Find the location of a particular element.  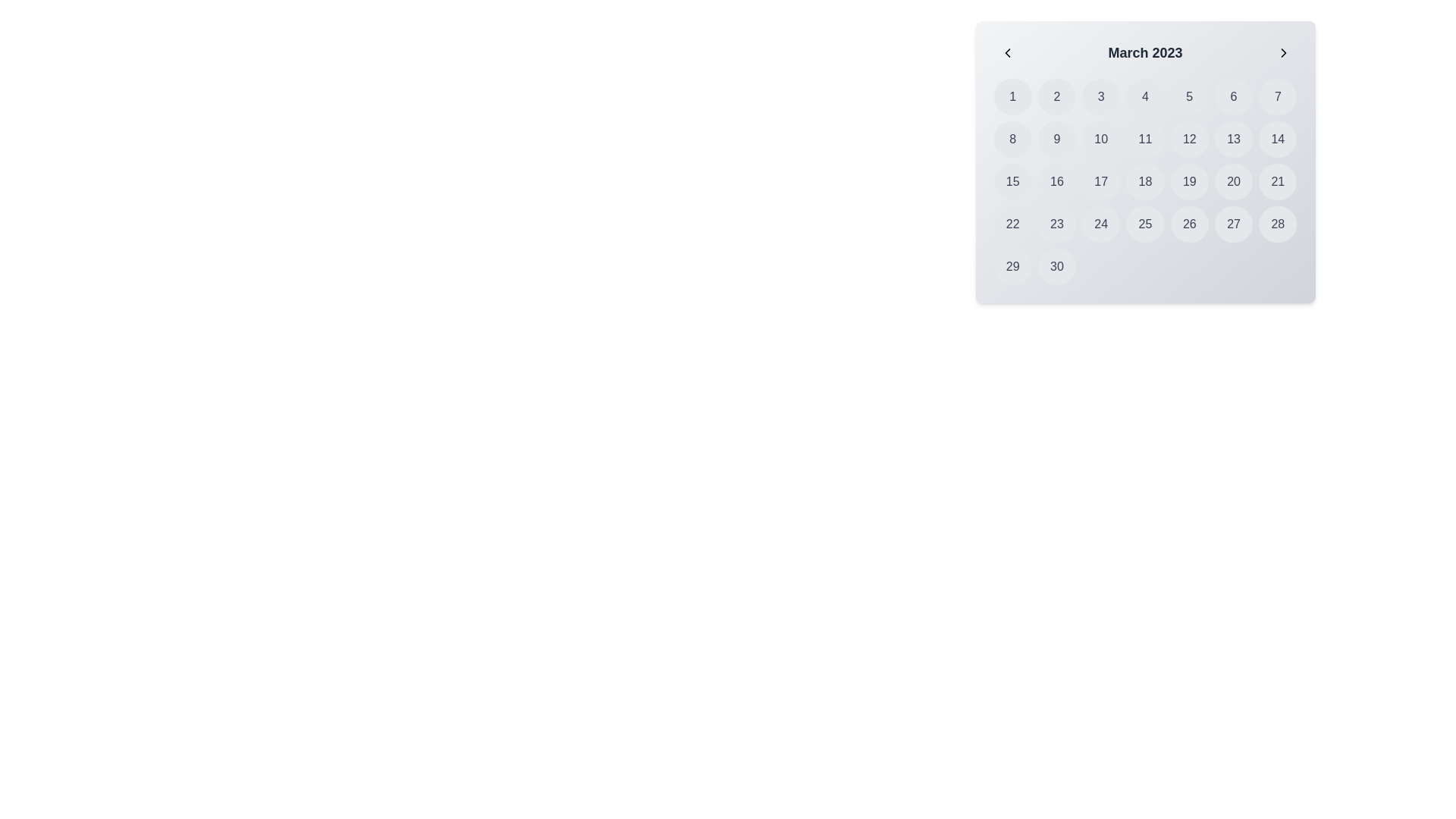

the date button representing the 17th of March 2023 in the calendar interface is located at coordinates (1101, 180).